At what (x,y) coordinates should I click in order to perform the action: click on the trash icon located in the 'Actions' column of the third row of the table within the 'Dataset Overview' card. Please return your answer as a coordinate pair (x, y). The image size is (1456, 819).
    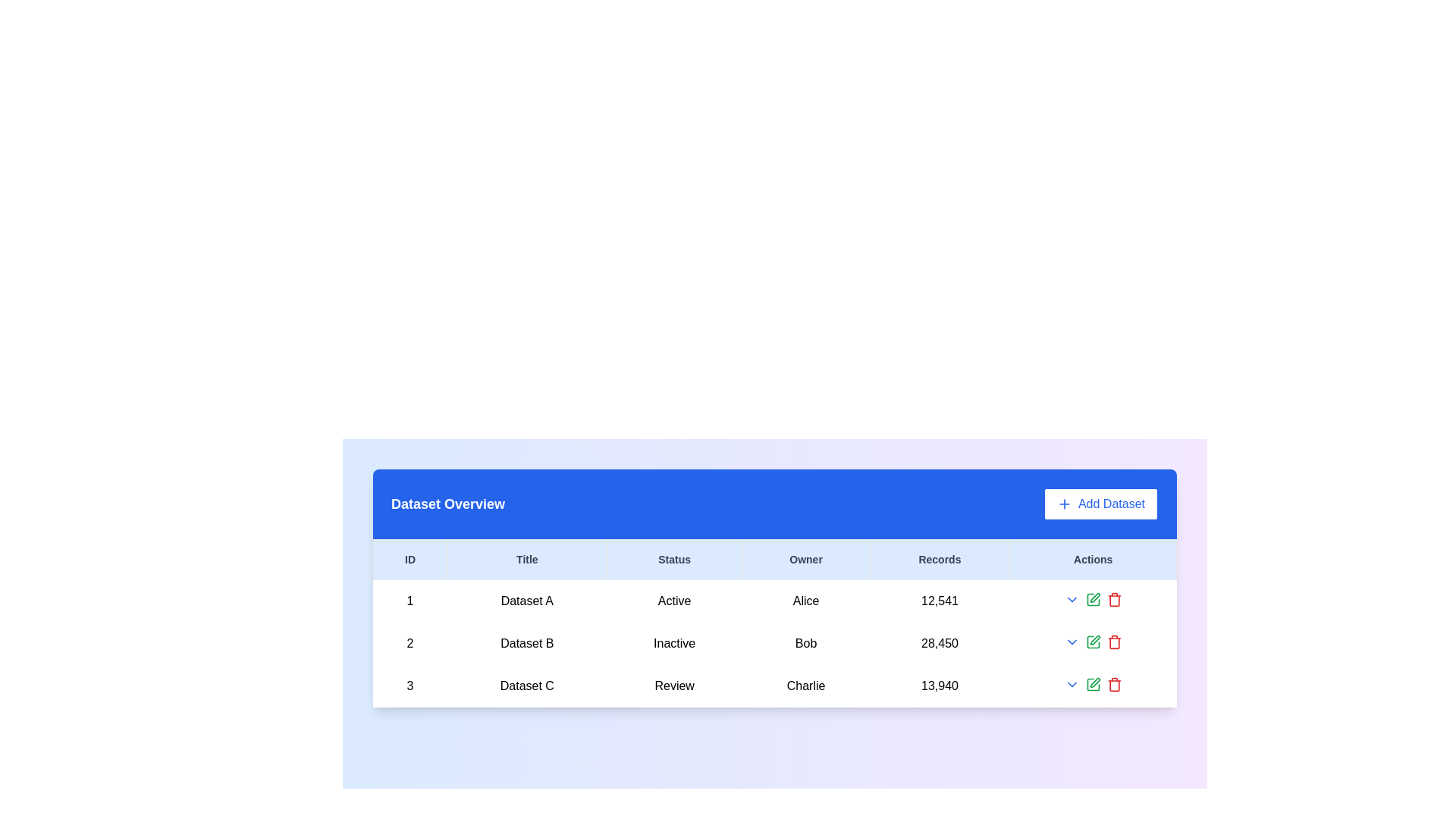
    Looking at the image, I should click on (1114, 600).